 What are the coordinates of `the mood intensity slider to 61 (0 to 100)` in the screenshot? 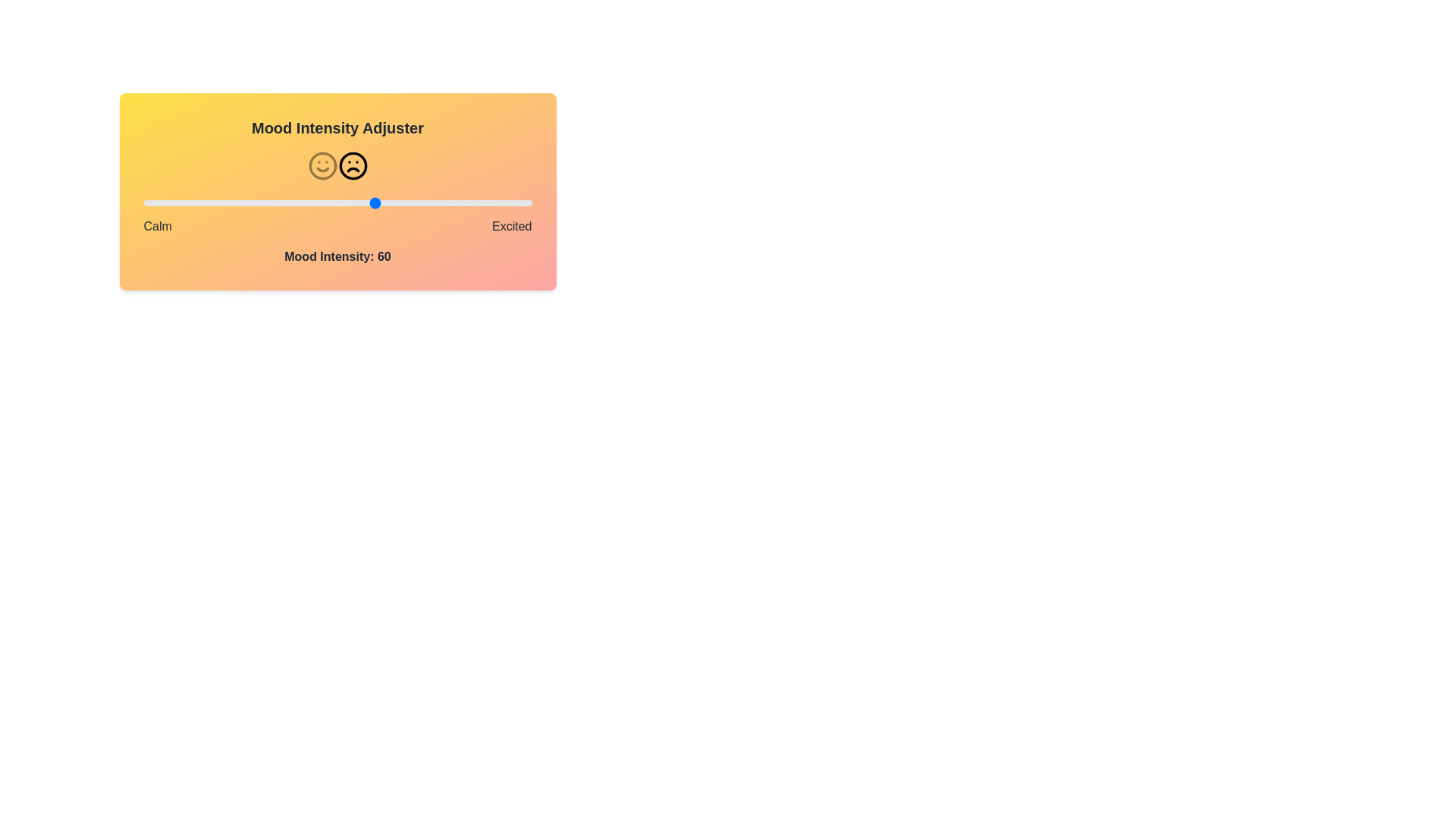 It's located at (380, 202).